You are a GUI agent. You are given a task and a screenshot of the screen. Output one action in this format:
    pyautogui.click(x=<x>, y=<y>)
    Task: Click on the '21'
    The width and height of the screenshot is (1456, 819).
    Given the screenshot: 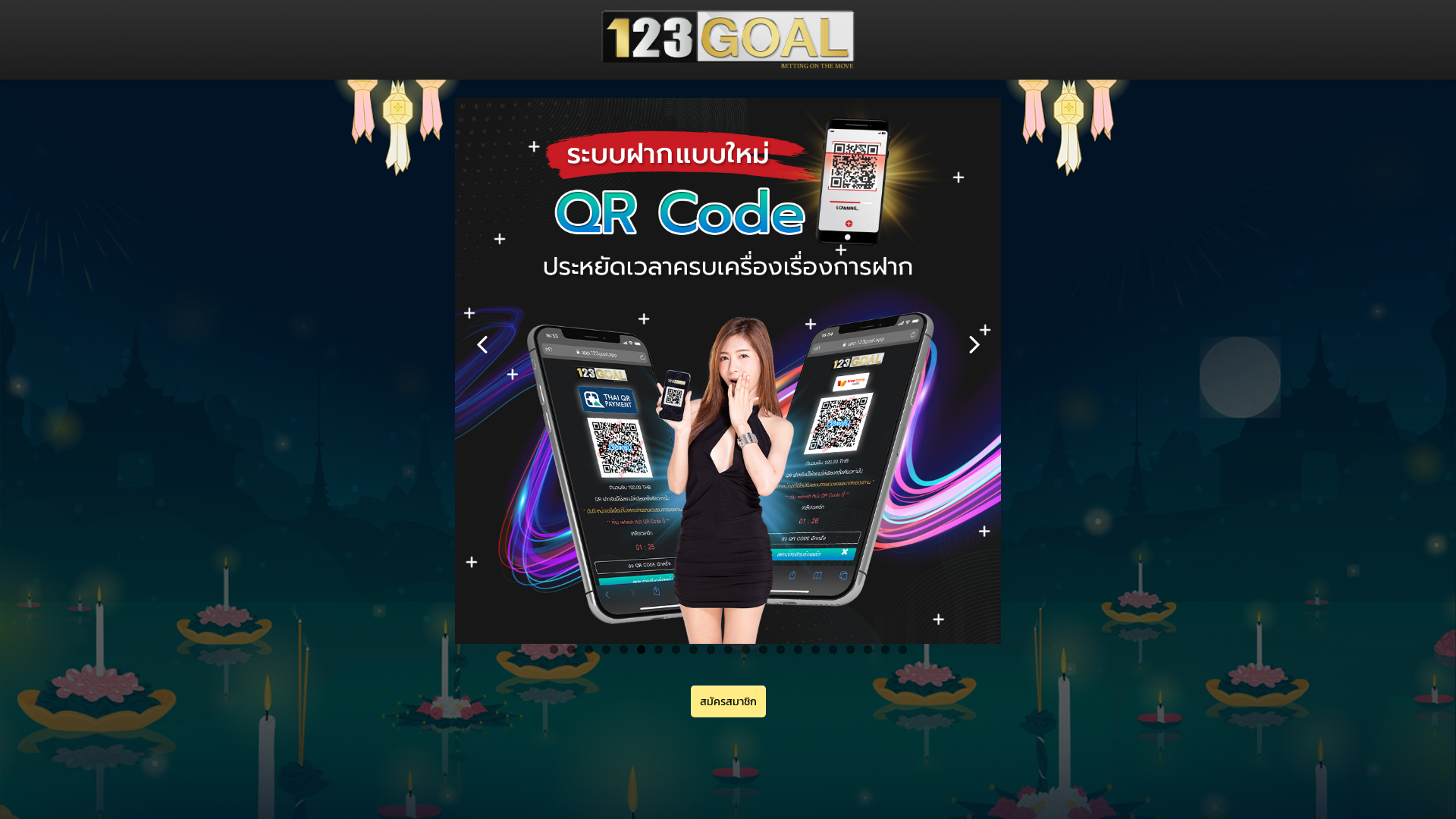 What is the action you would take?
    pyautogui.click(x=902, y=648)
    